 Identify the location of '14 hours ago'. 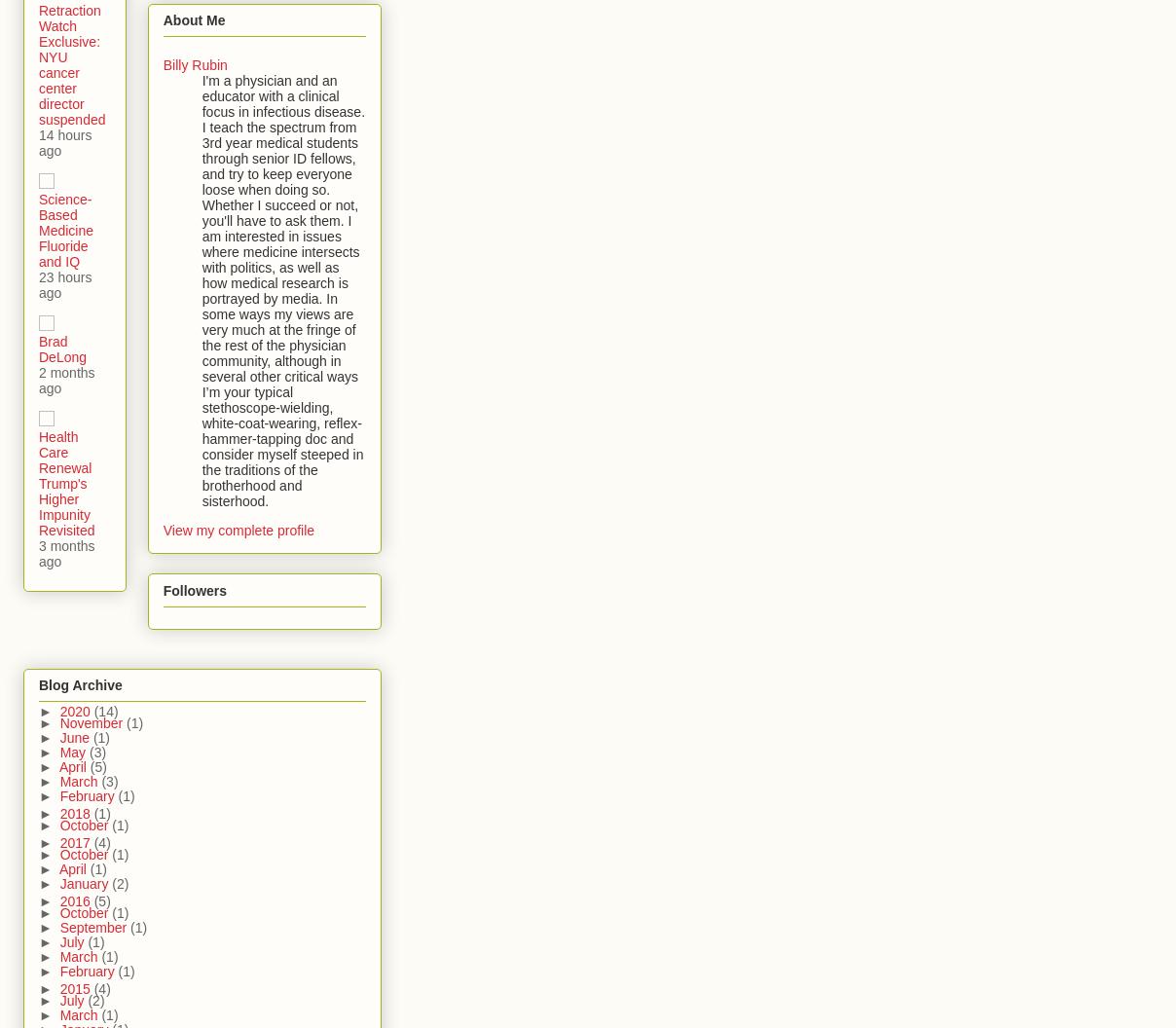
(64, 142).